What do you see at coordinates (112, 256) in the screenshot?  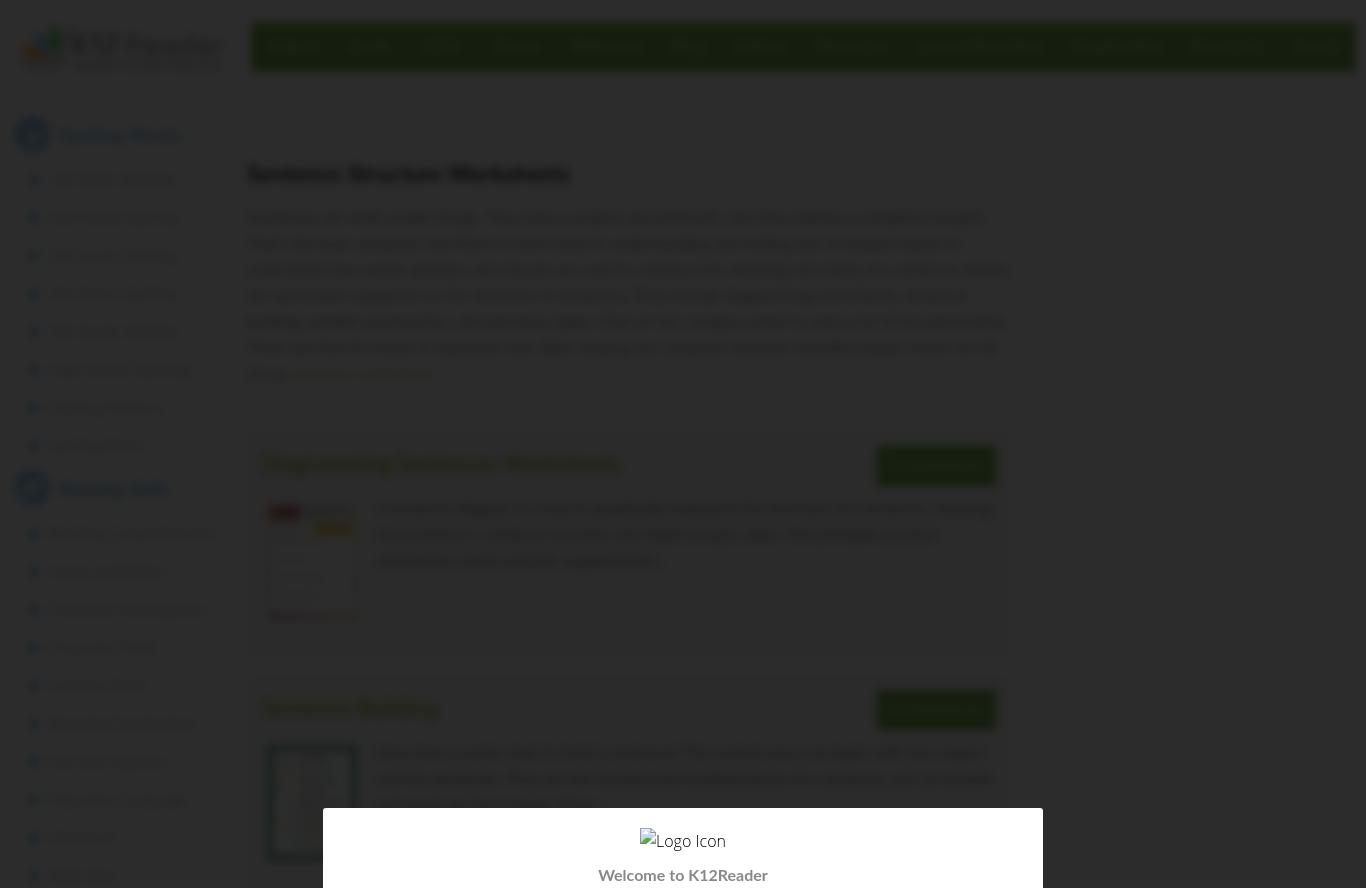 I see `'3rd Grade Spelling'` at bounding box center [112, 256].